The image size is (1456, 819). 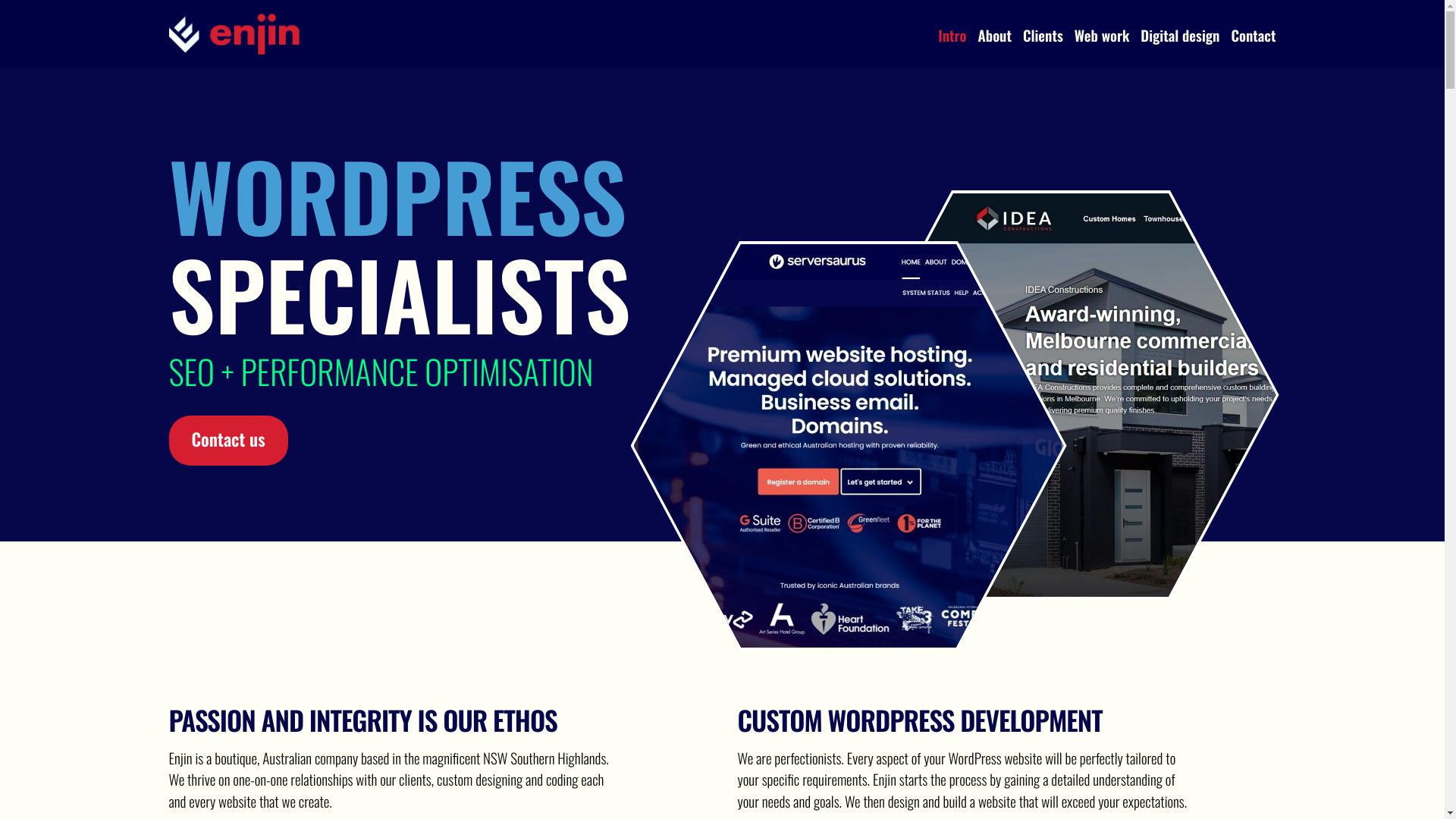 I want to click on 'Intro', so click(x=951, y=35).